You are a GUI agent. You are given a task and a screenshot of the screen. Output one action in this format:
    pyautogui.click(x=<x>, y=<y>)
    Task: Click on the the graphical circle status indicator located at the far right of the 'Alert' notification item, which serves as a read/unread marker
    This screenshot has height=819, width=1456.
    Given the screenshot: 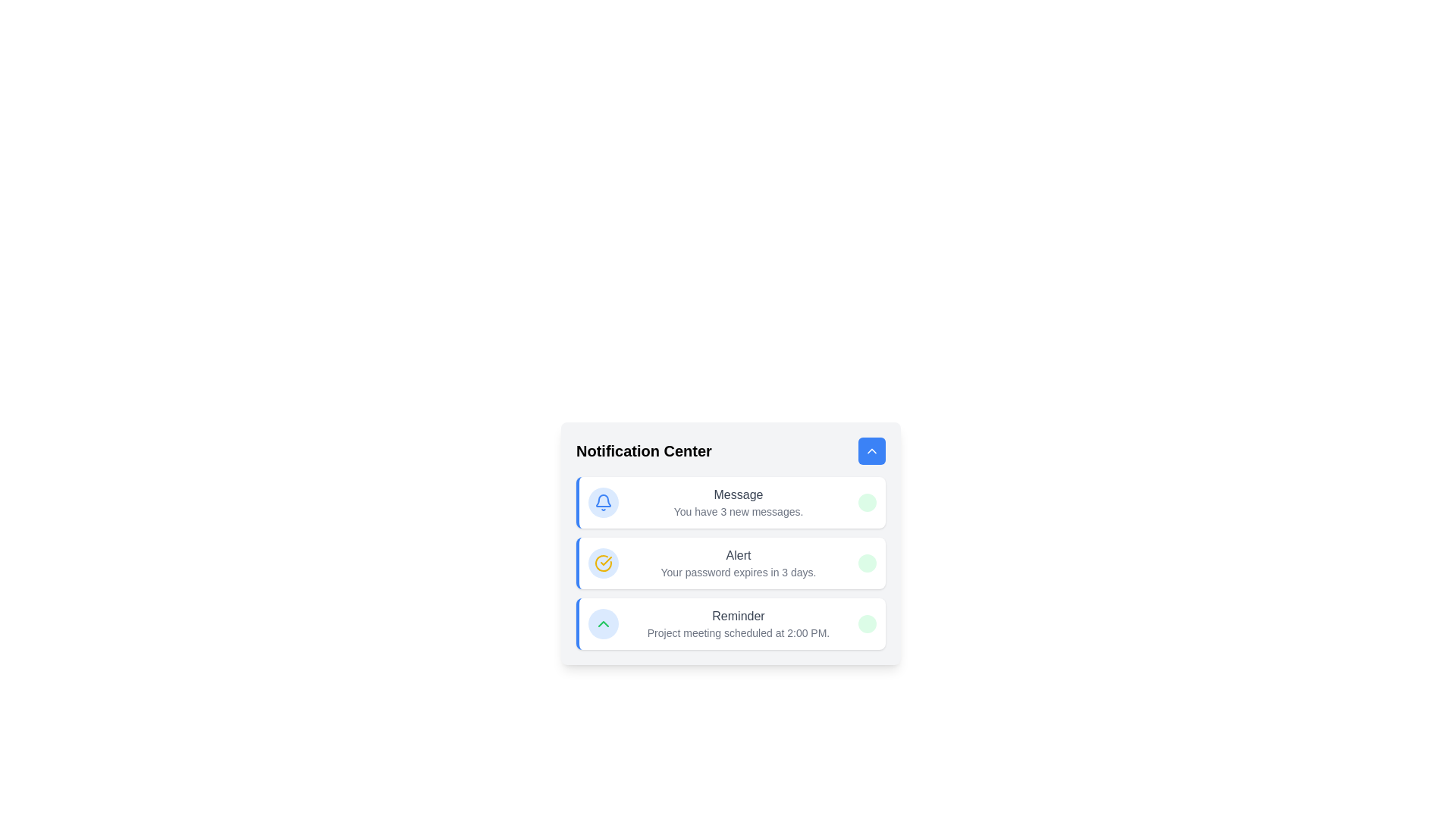 What is the action you would take?
    pyautogui.click(x=877, y=566)
    